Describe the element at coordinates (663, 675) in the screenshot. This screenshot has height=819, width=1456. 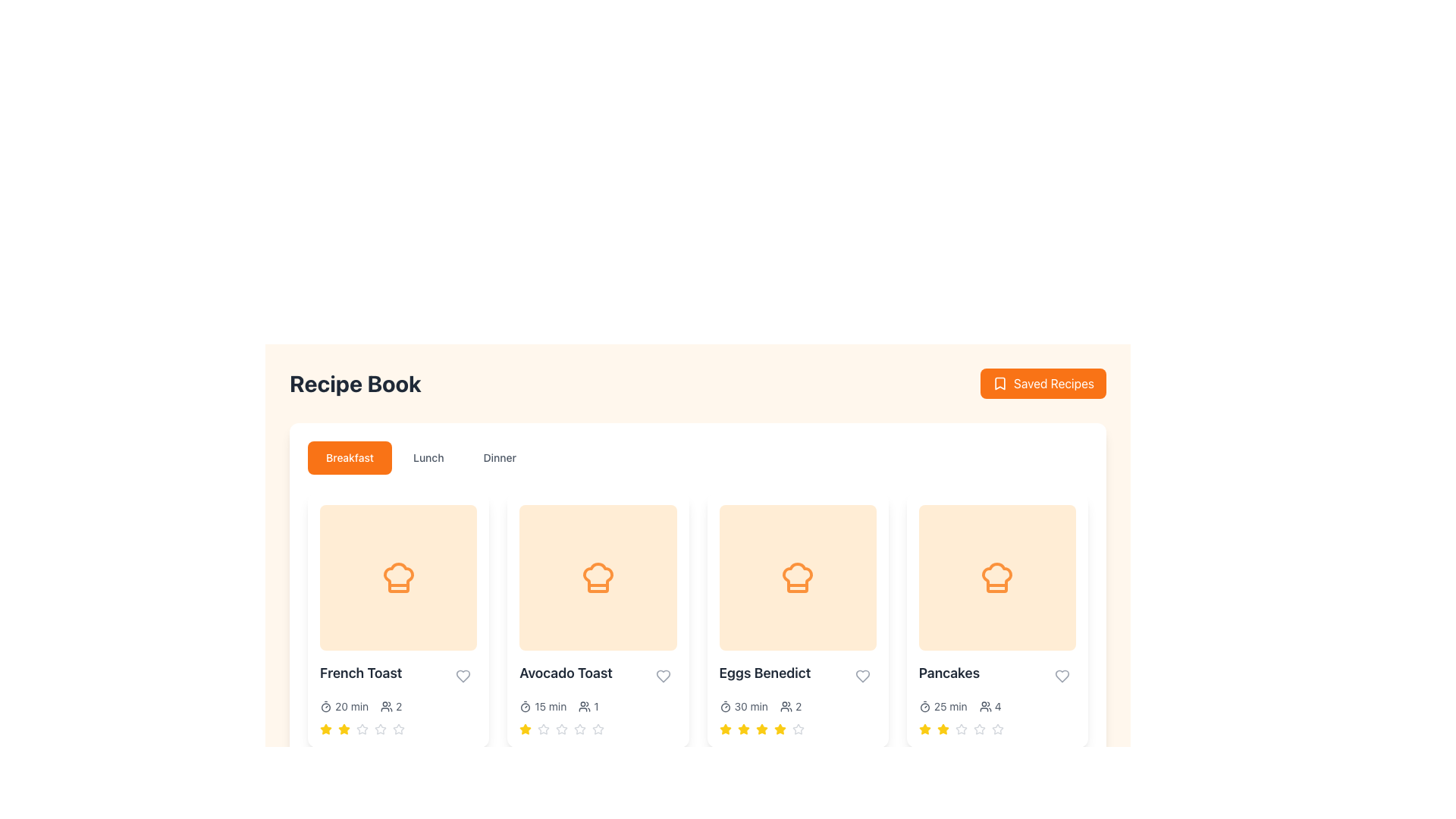
I see `the heart-shaped icon button filled with light gray color` at that location.